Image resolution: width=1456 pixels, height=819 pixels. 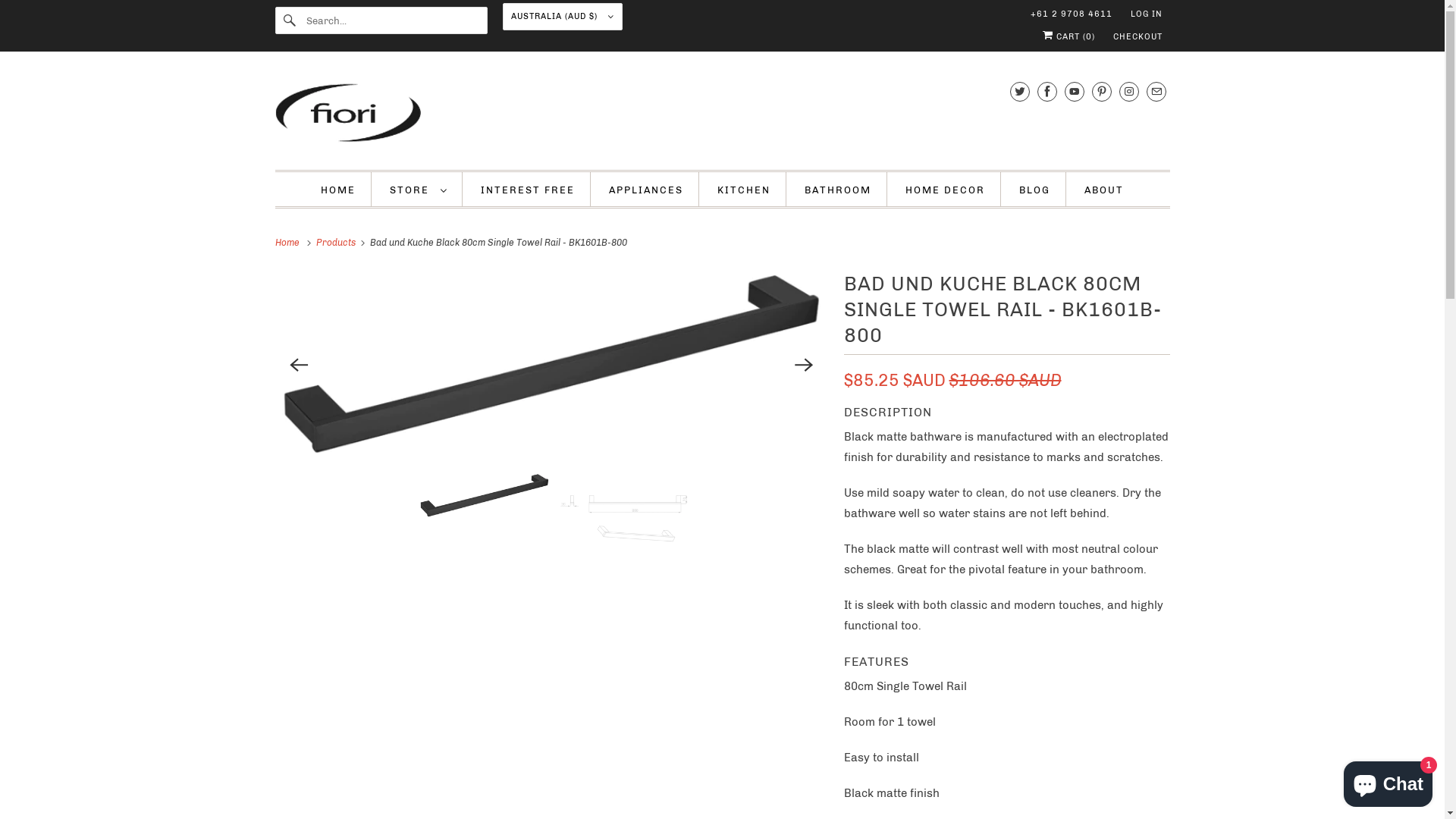 What do you see at coordinates (1137, 36) in the screenshot?
I see `'CHECKOUT'` at bounding box center [1137, 36].